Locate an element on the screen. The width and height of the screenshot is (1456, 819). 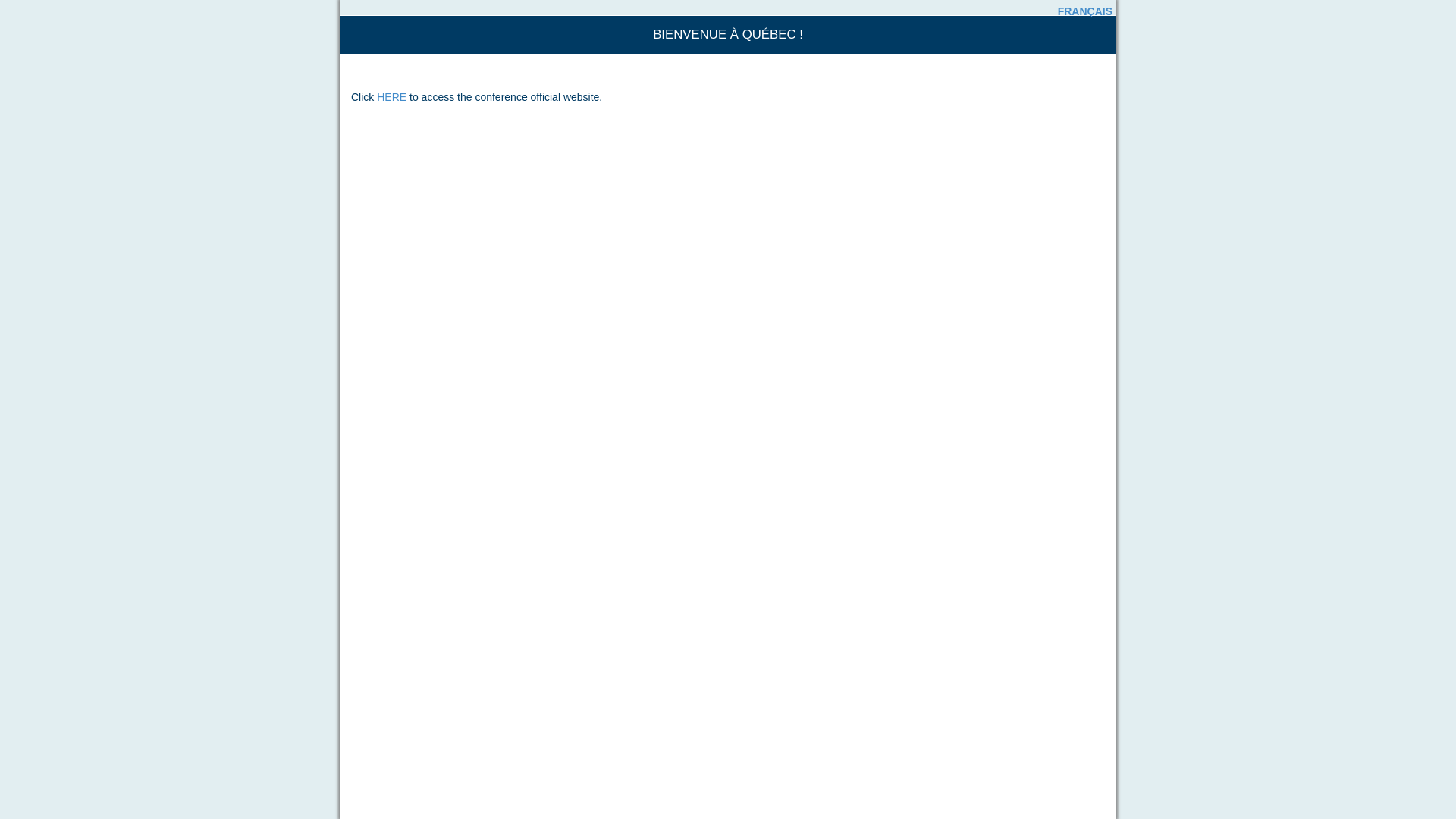
'HERE' is located at coordinates (391, 96).